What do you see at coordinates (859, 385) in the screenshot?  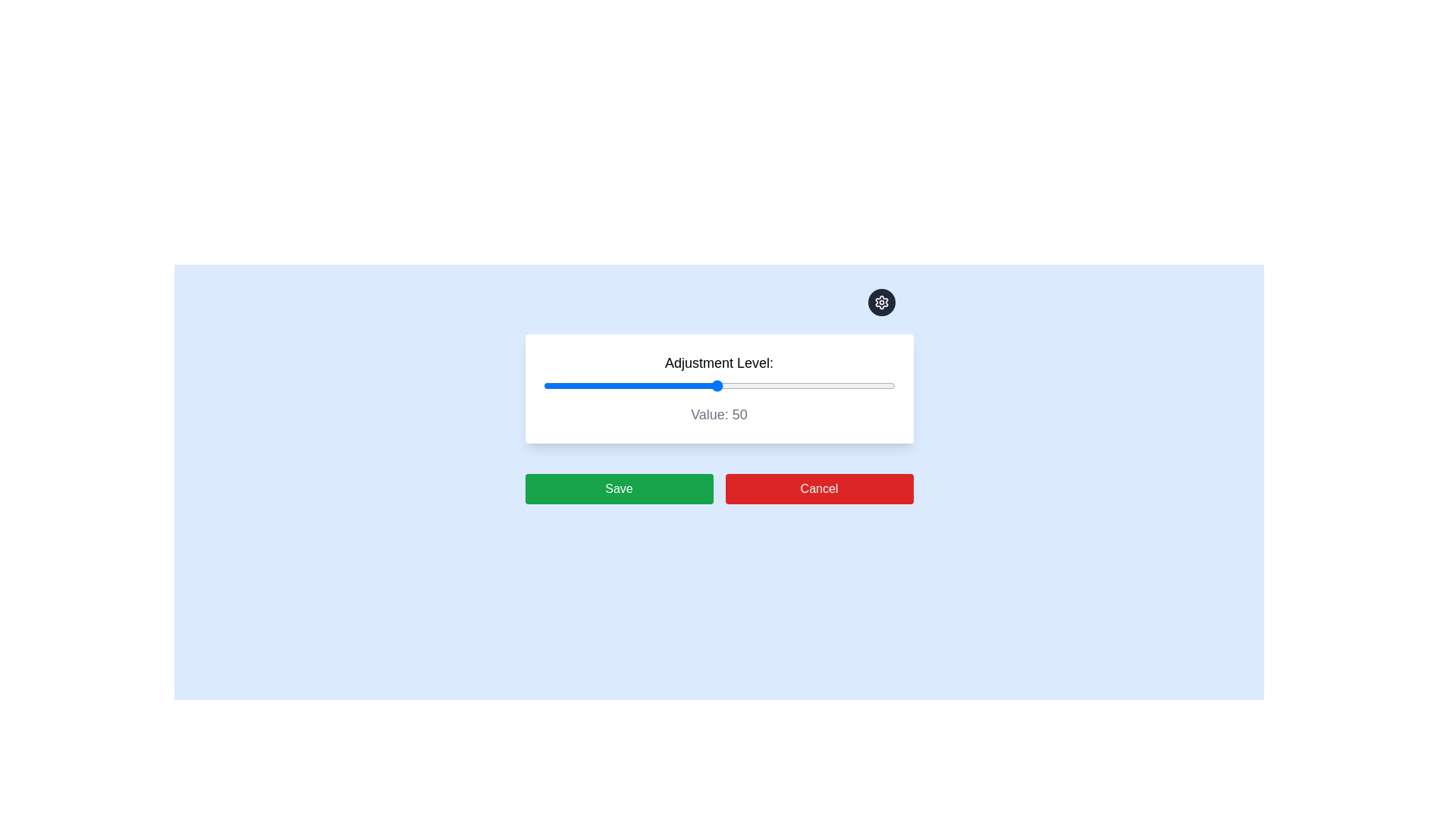 I see `the adjustment level` at bounding box center [859, 385].